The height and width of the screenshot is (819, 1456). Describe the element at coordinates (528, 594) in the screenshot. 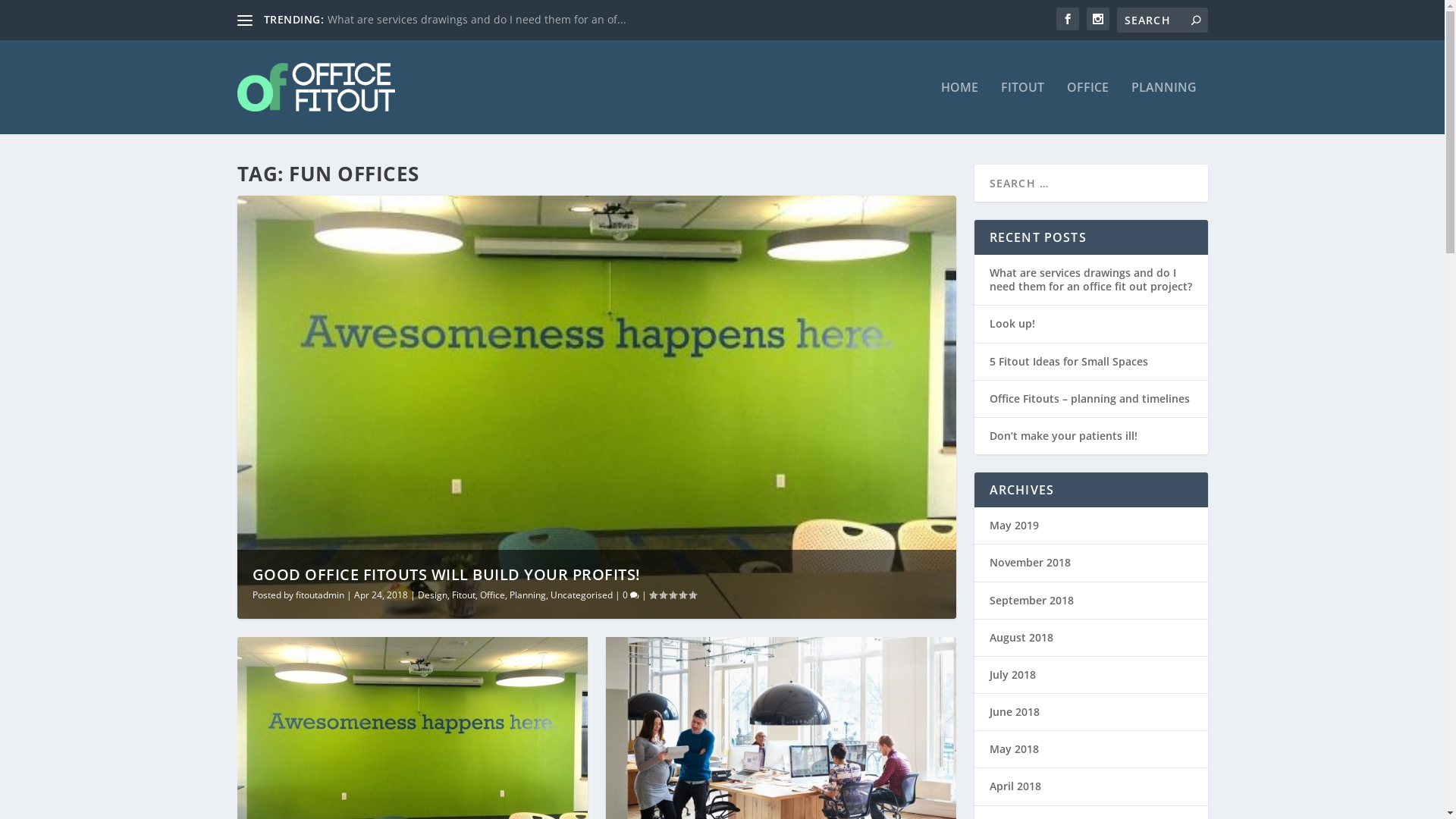

I see `'Planning'` at that location.